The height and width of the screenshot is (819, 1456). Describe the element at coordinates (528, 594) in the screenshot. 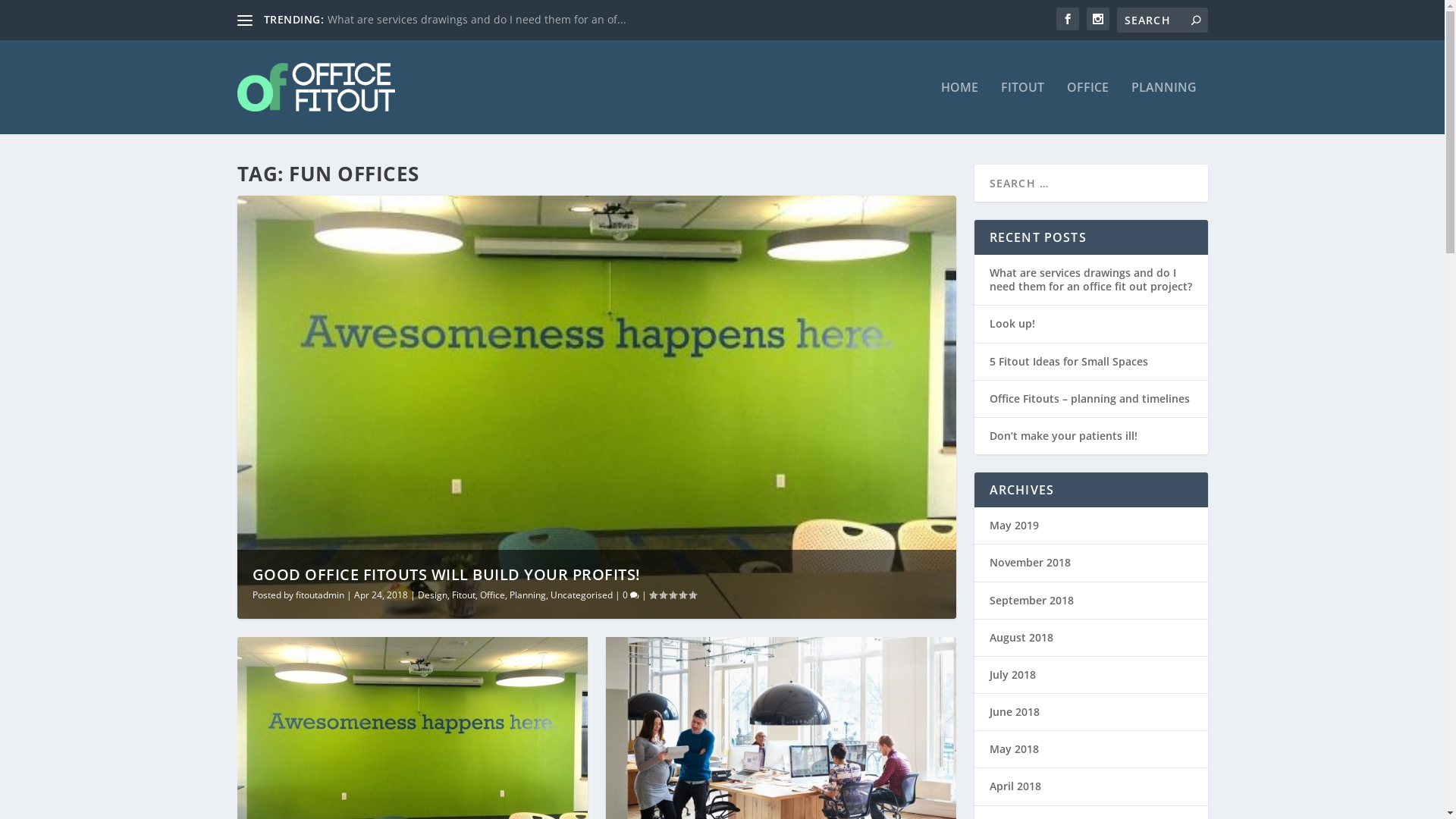

I see `'Planning'` at that location.